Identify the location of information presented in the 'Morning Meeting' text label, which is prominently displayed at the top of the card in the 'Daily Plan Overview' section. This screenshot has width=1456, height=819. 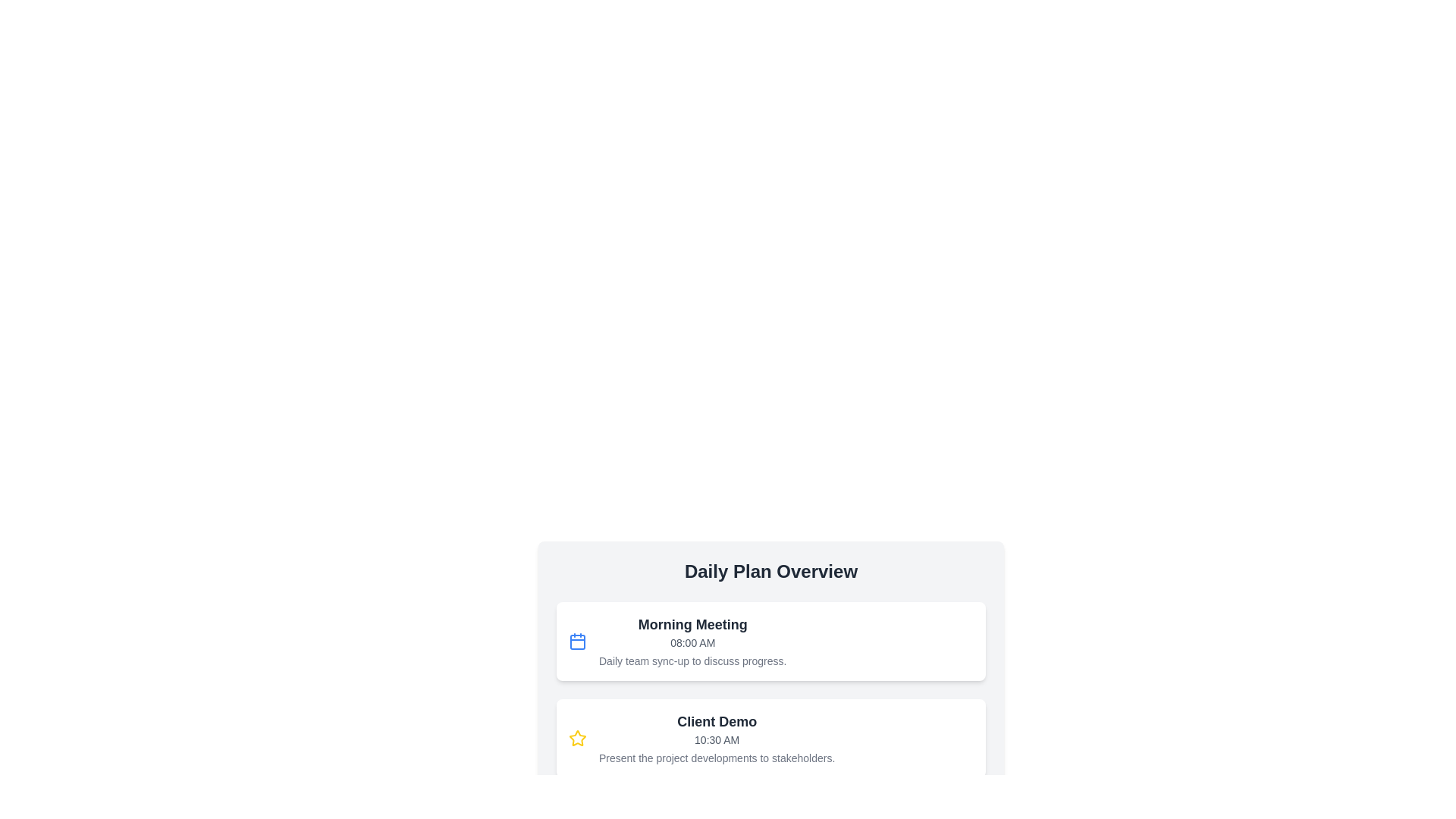
(692, 625).